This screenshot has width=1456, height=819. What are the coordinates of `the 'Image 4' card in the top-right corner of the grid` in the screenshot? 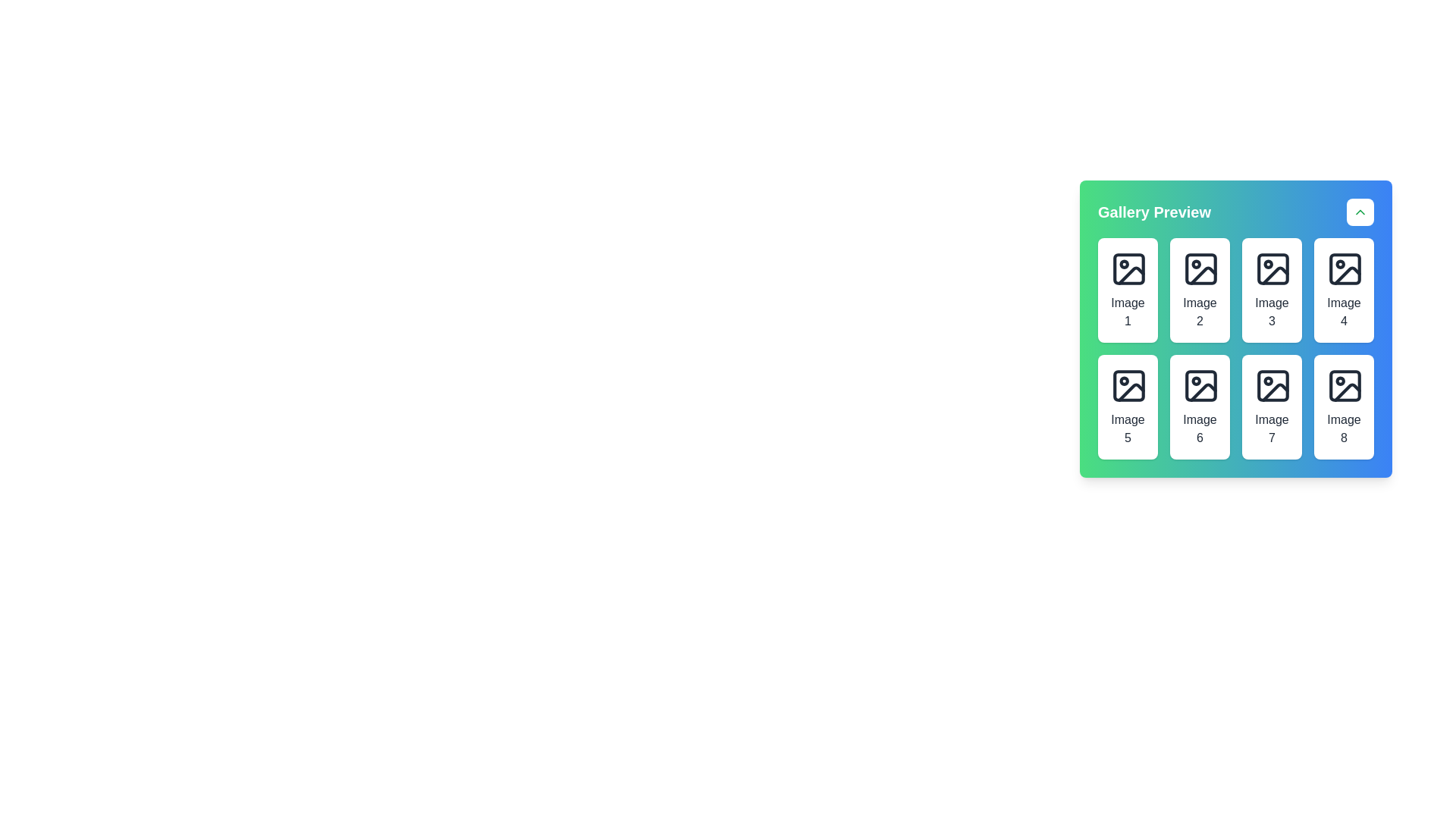 It's located at (1344, 290).